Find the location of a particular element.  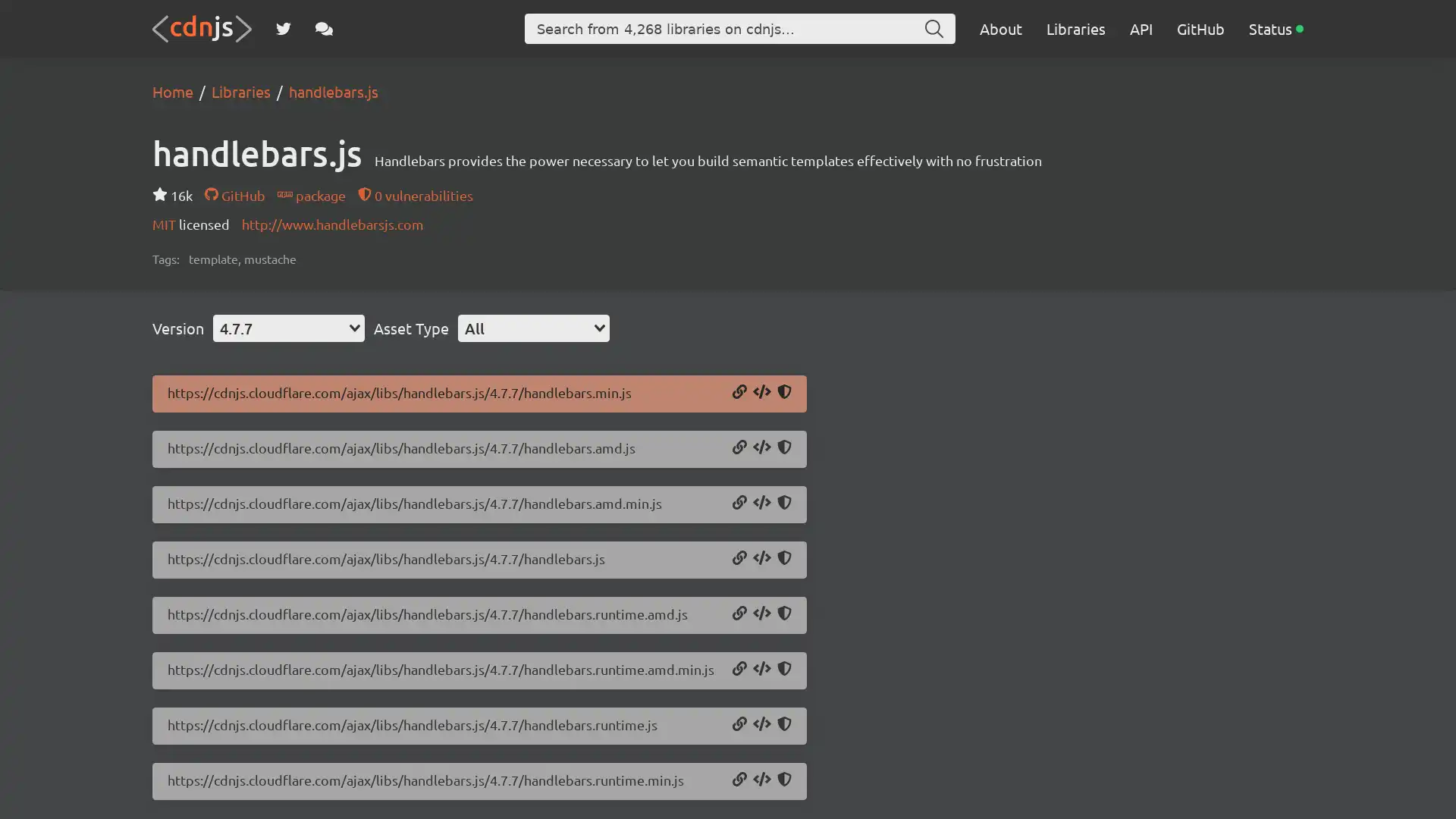

Copy Script Tag is located at coordinates (761, 614).